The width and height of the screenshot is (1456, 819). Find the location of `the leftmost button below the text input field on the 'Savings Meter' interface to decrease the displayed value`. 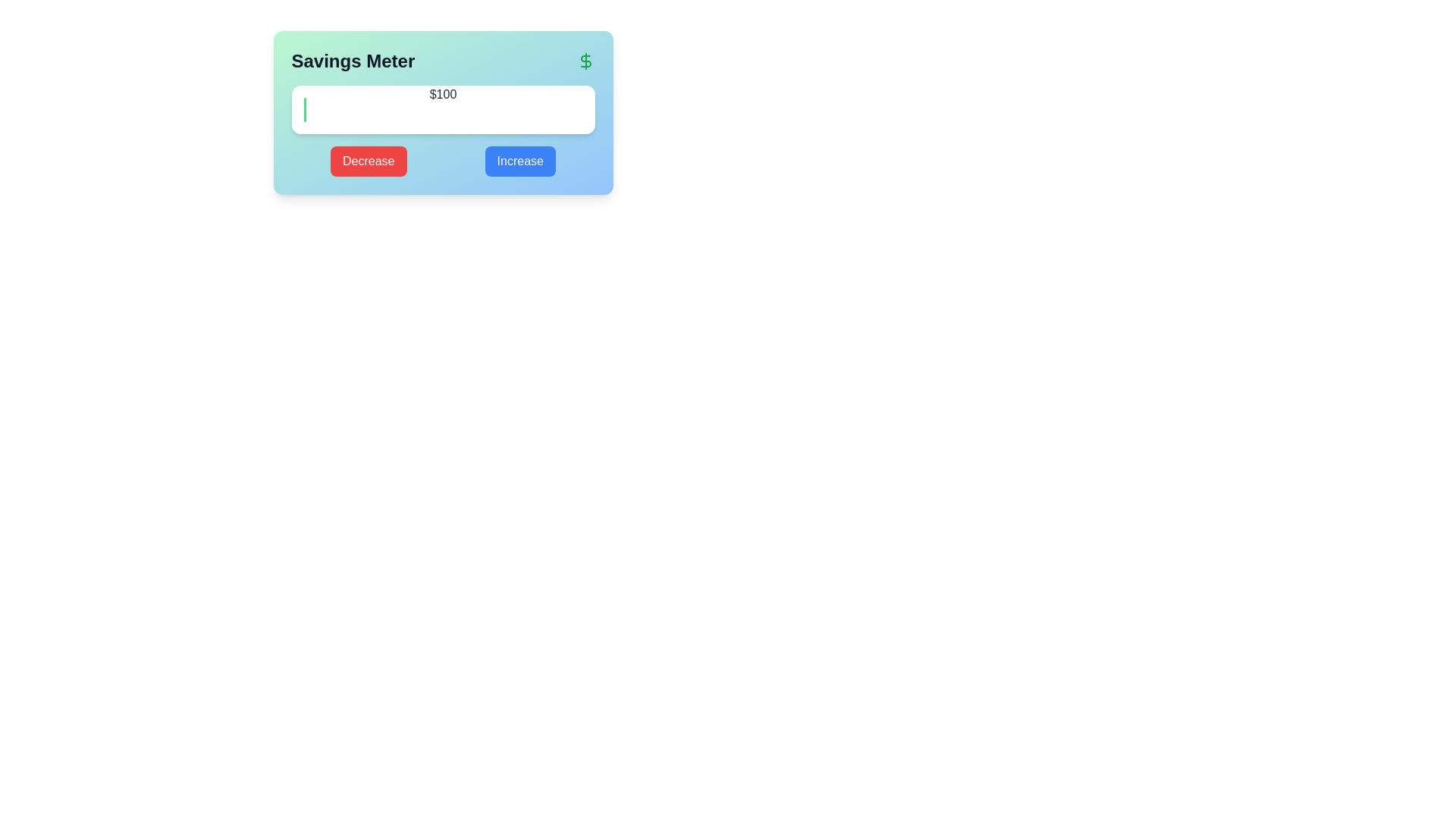

the leftmost button below the text input field on the 'Savings Meter' interface to decrease the displayed value is located at coordinates (369, 161).